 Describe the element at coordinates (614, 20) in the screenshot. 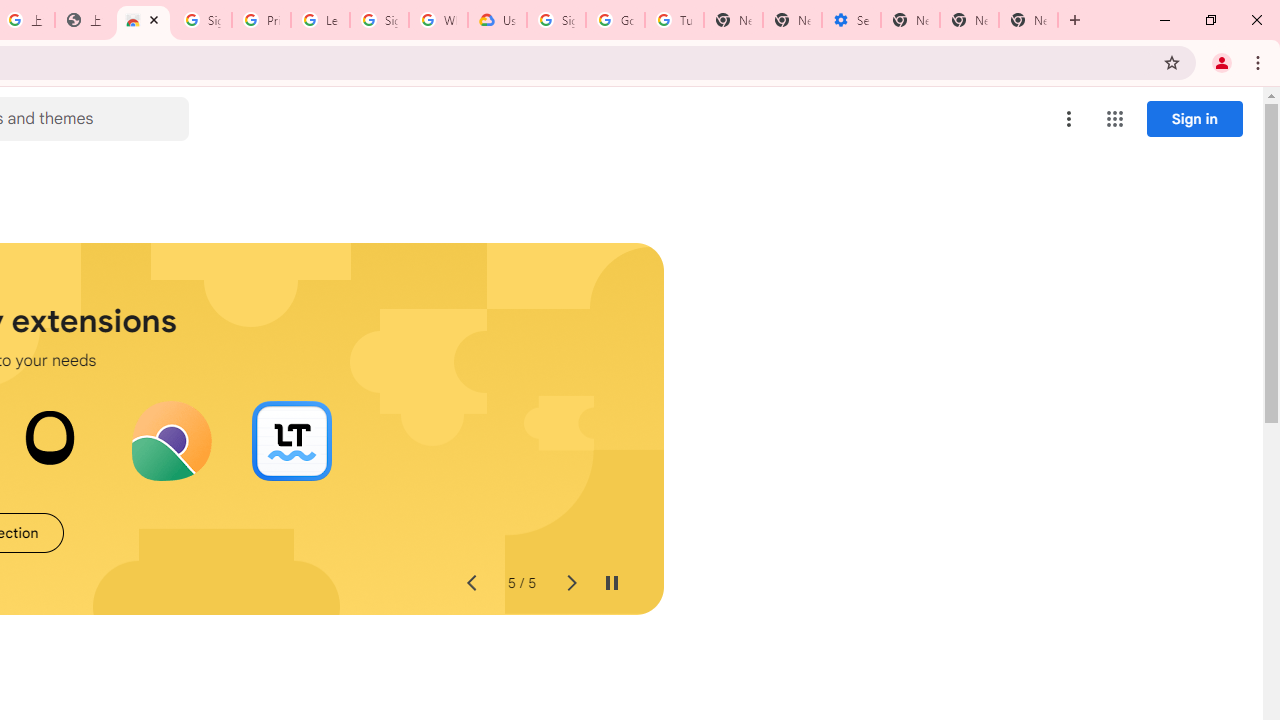

I see `'Google Account Help'` at that location.